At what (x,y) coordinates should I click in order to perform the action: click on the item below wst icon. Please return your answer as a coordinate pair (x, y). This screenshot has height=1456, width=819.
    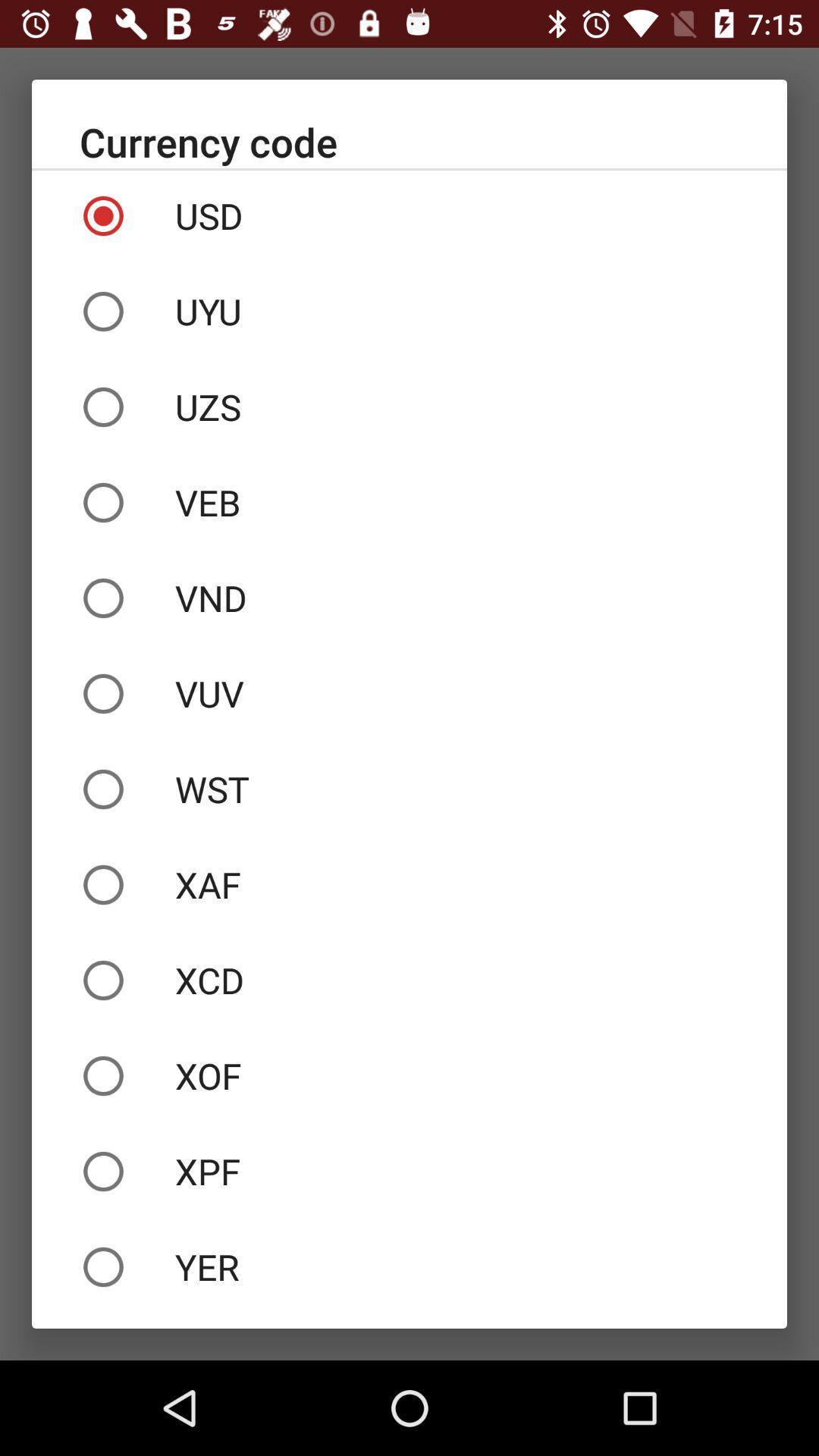
    Looking at the image, I should click on (409, 884).